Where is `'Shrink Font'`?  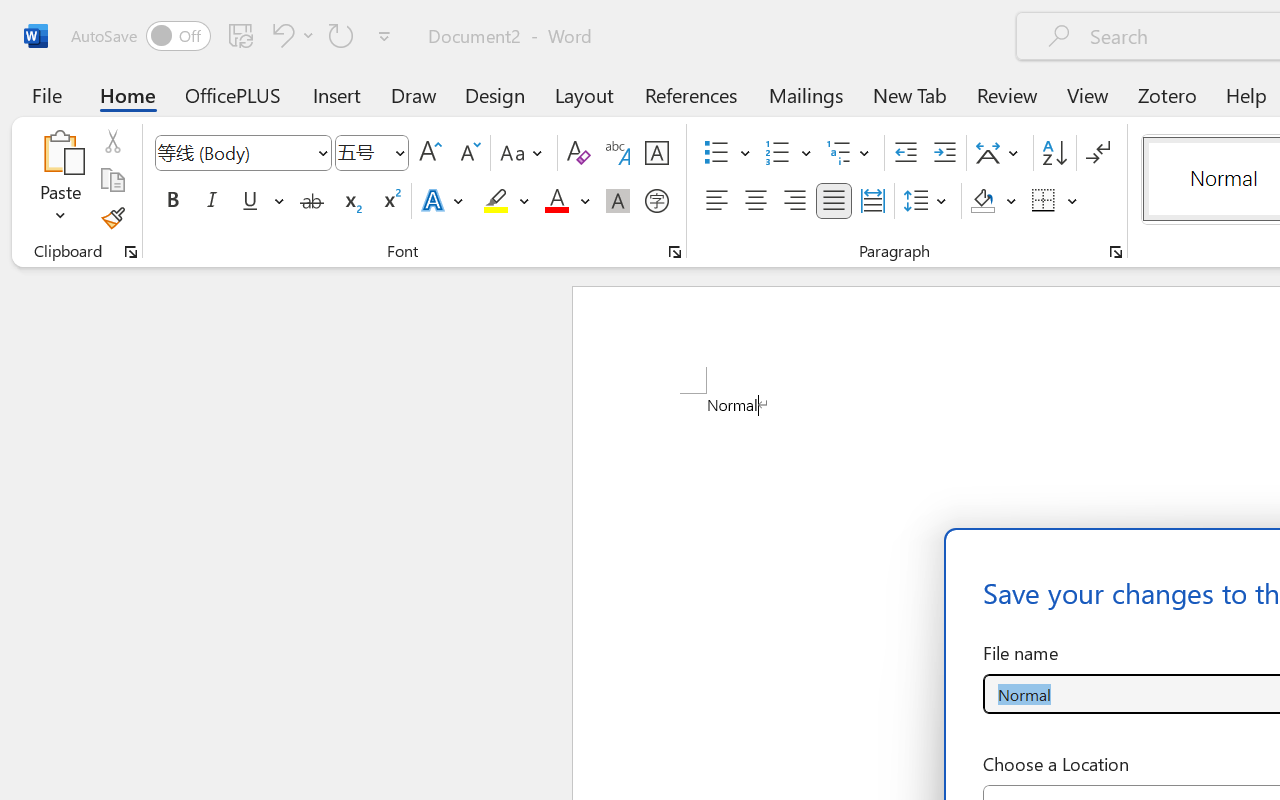 'Shrink Font' is located at coordinates (467, 153).